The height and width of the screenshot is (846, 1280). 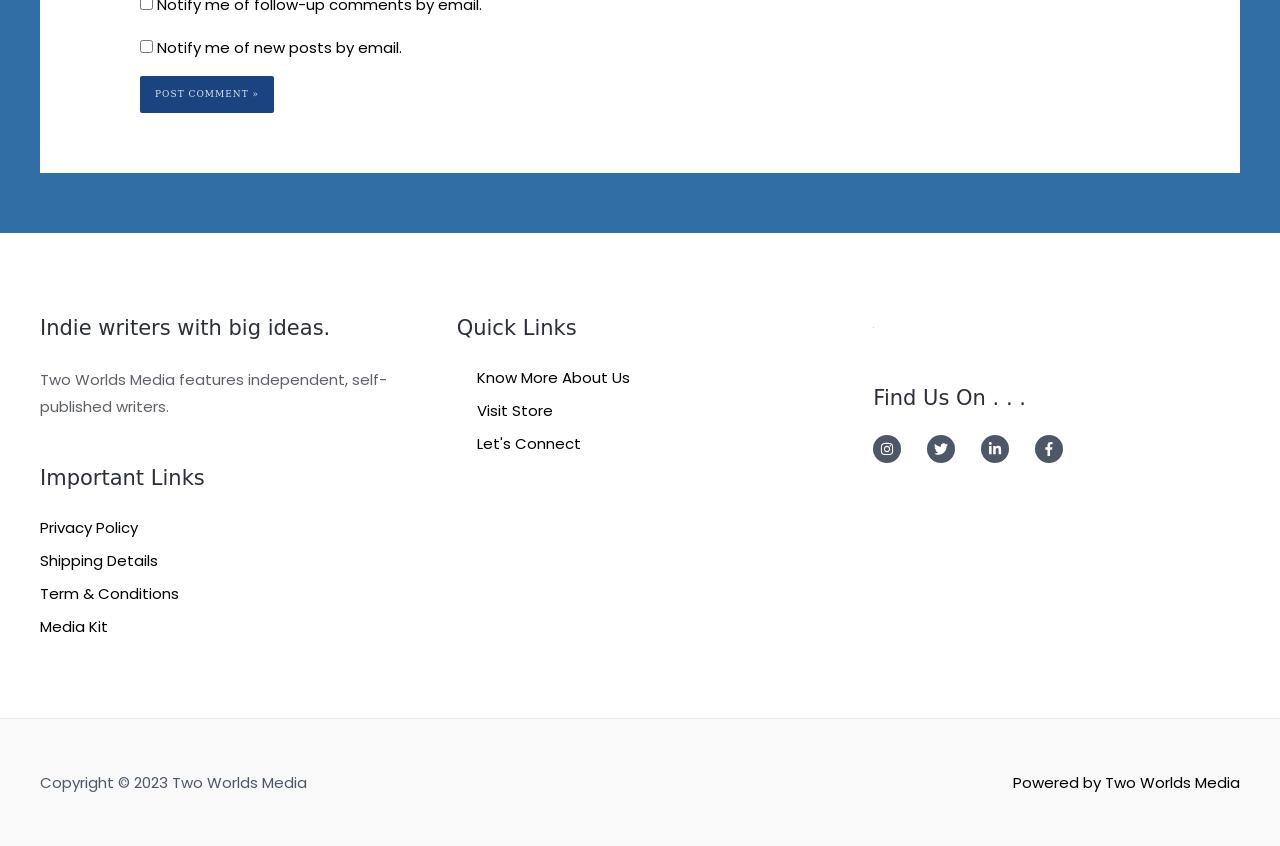 I want to click on 'Powered by Two Worlds Media', so click(x=1126, y=781).